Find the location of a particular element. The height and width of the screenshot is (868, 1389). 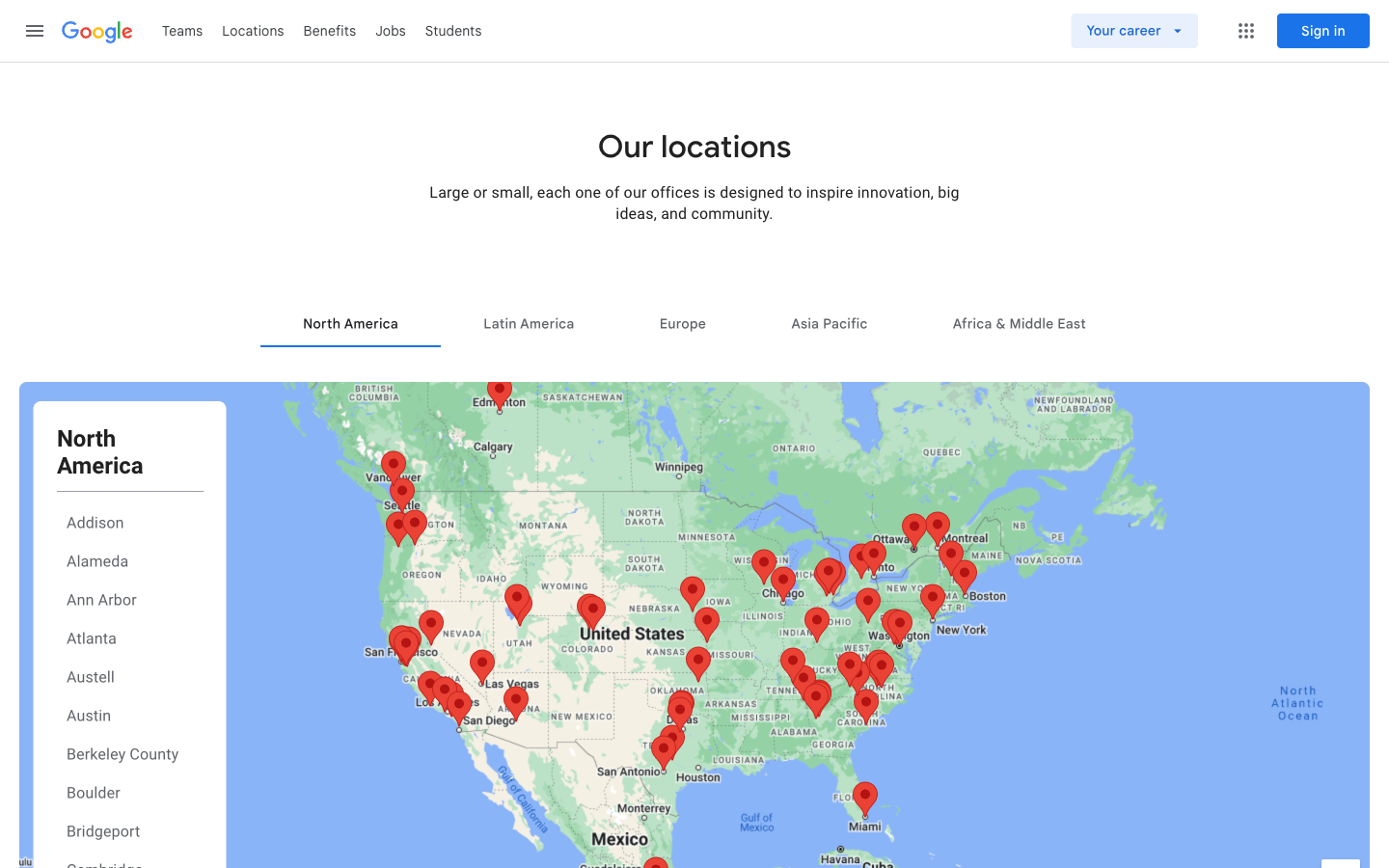

Go to North America Region Jobs is located at coordinates (349, 322).